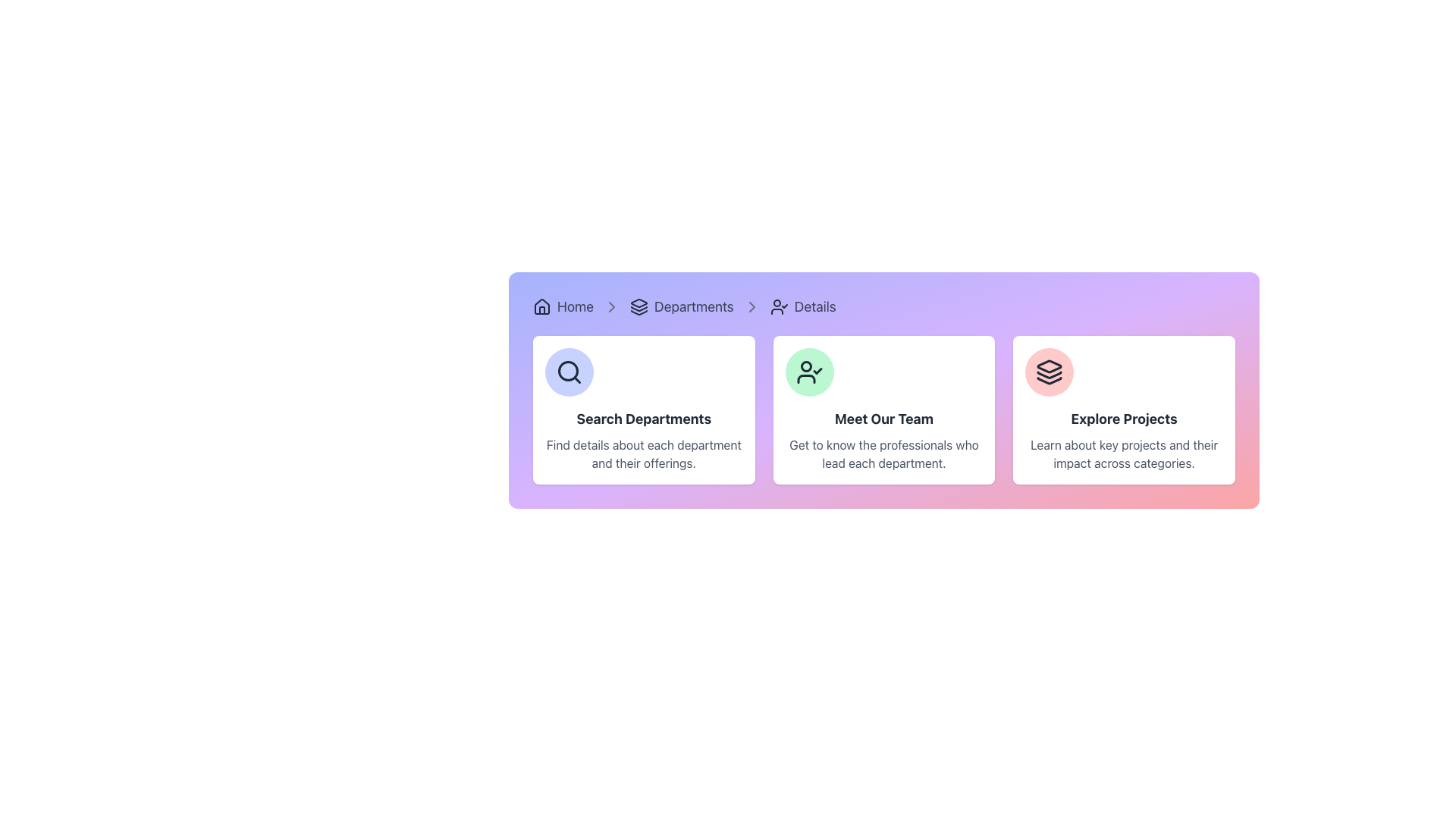  Describe the element at coordinates (884, 409) in the screenshot. I see `the Informational Card featuring a circular green user-check icon and the text 'Meet Our Team', which is the middle card in a grid layout` at that location.